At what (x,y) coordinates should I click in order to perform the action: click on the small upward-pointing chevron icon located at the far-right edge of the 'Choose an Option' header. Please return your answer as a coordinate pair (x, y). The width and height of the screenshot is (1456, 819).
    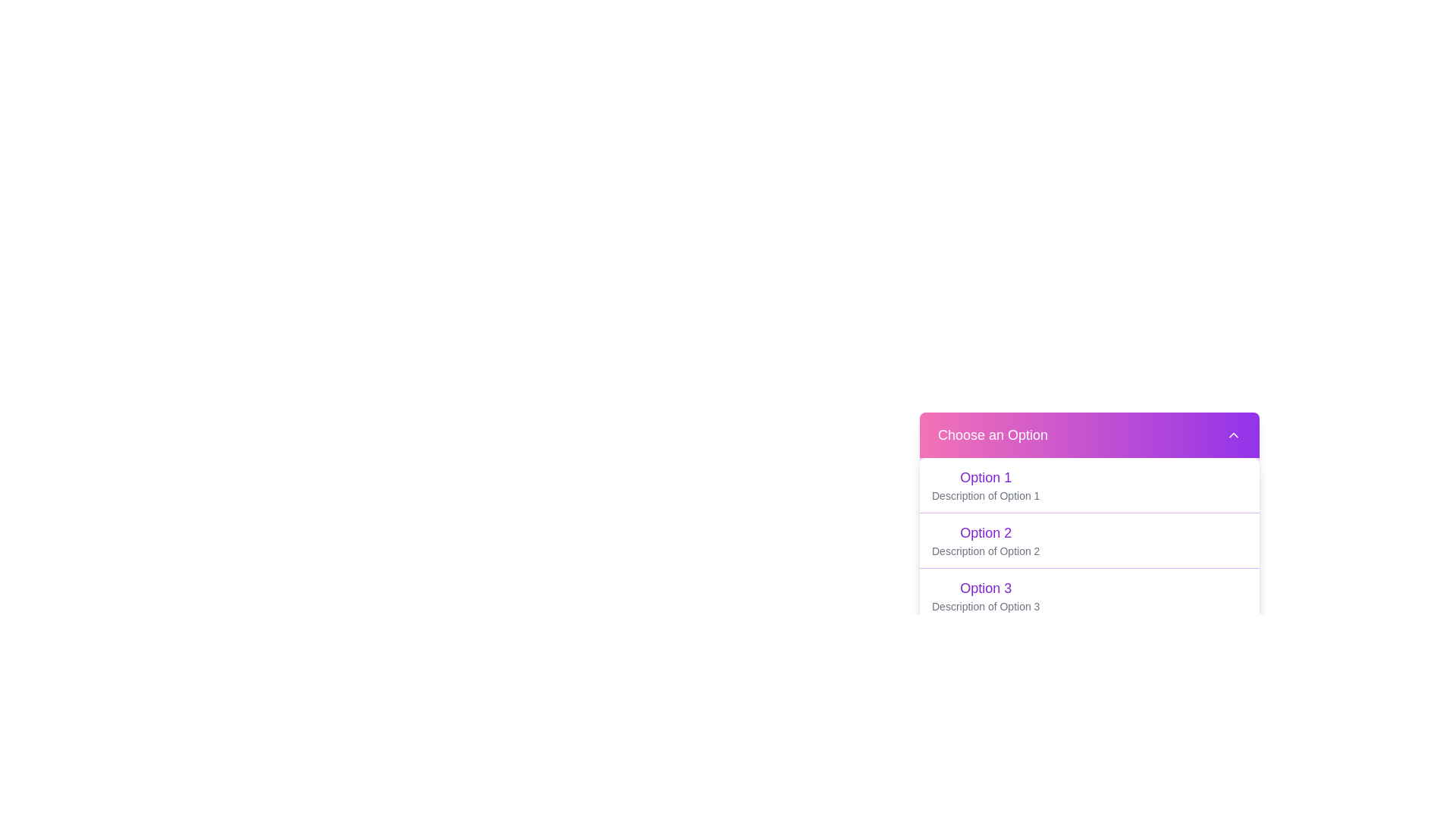
    Looking at the image, I should click on (1234, 435).